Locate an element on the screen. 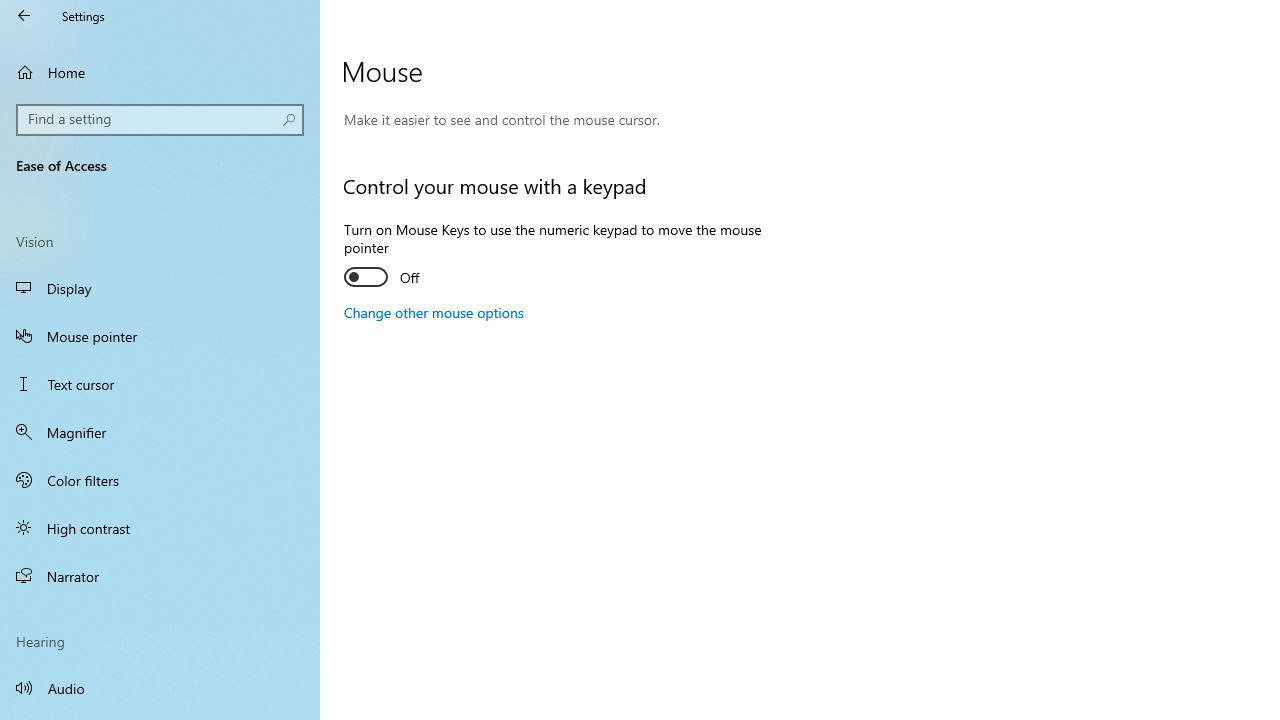 This screenshot has height=720, width=1280. 'Narrator' is located at coordinates (160, 576).